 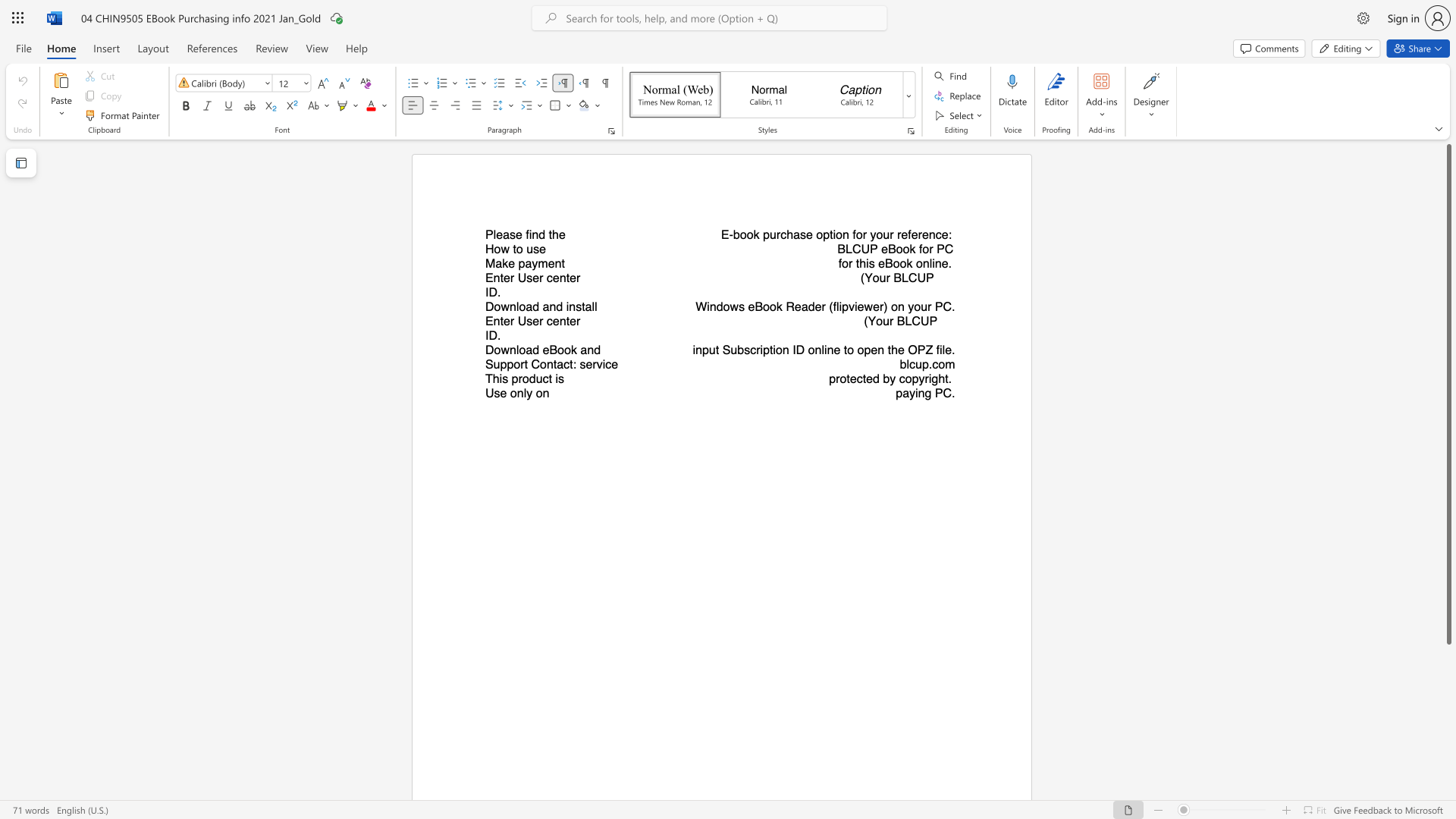 I want to click on the subset text "nd" within the text "Download eBook and", so click(x=586, y=350).